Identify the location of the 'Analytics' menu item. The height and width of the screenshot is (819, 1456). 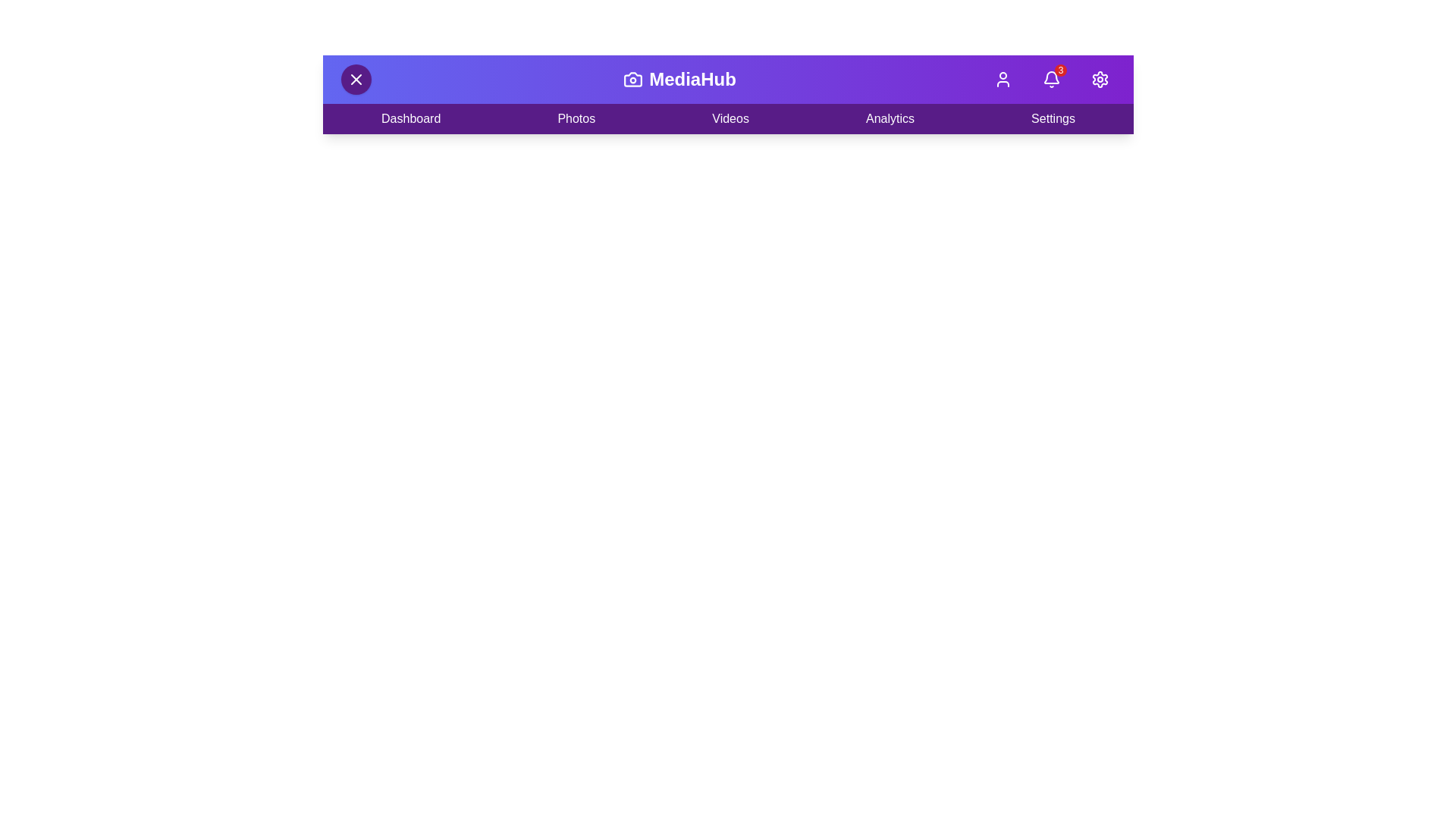
(890, 118).